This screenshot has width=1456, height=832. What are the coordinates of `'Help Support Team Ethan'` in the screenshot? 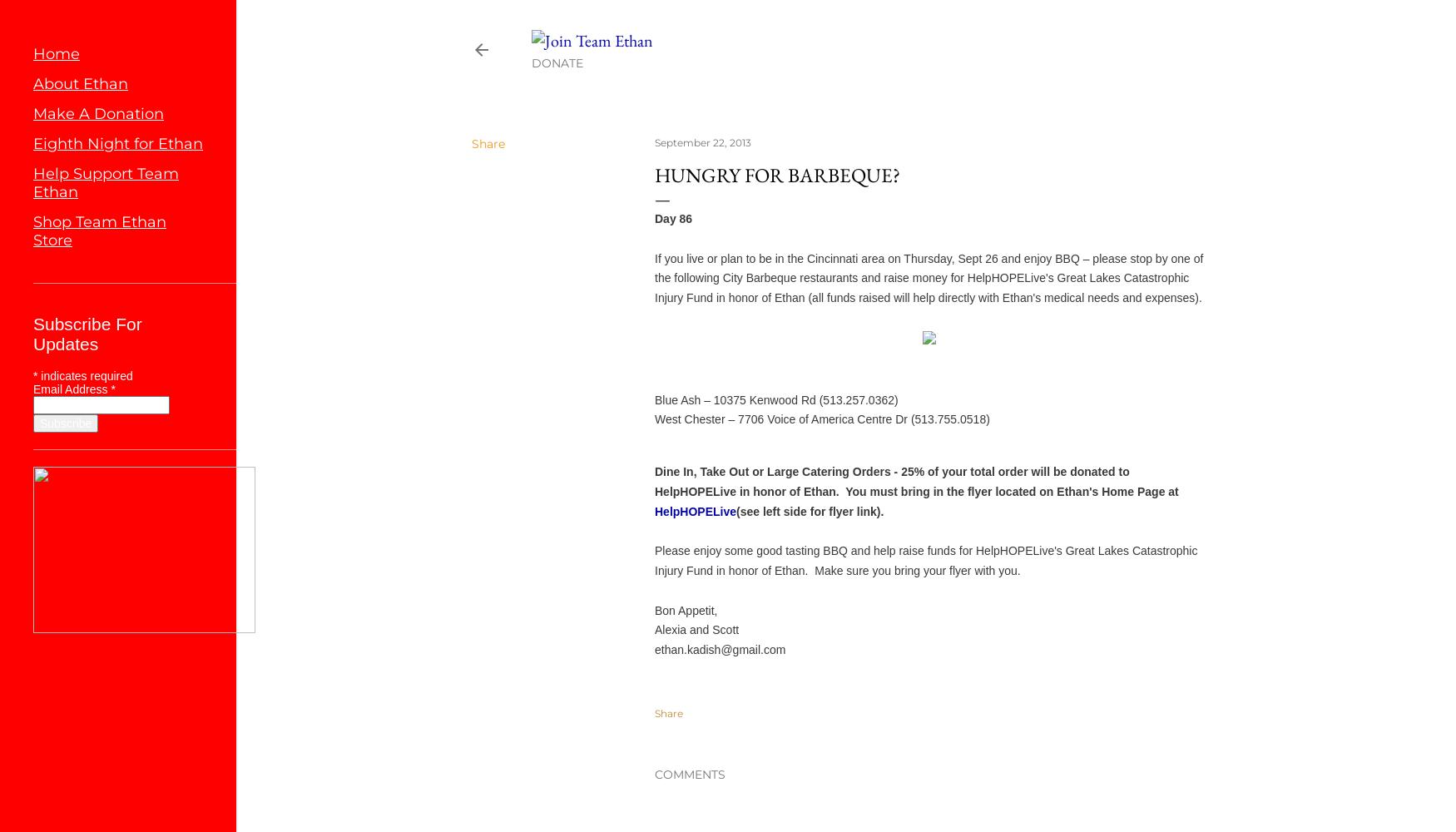 It's located at (105, 182).